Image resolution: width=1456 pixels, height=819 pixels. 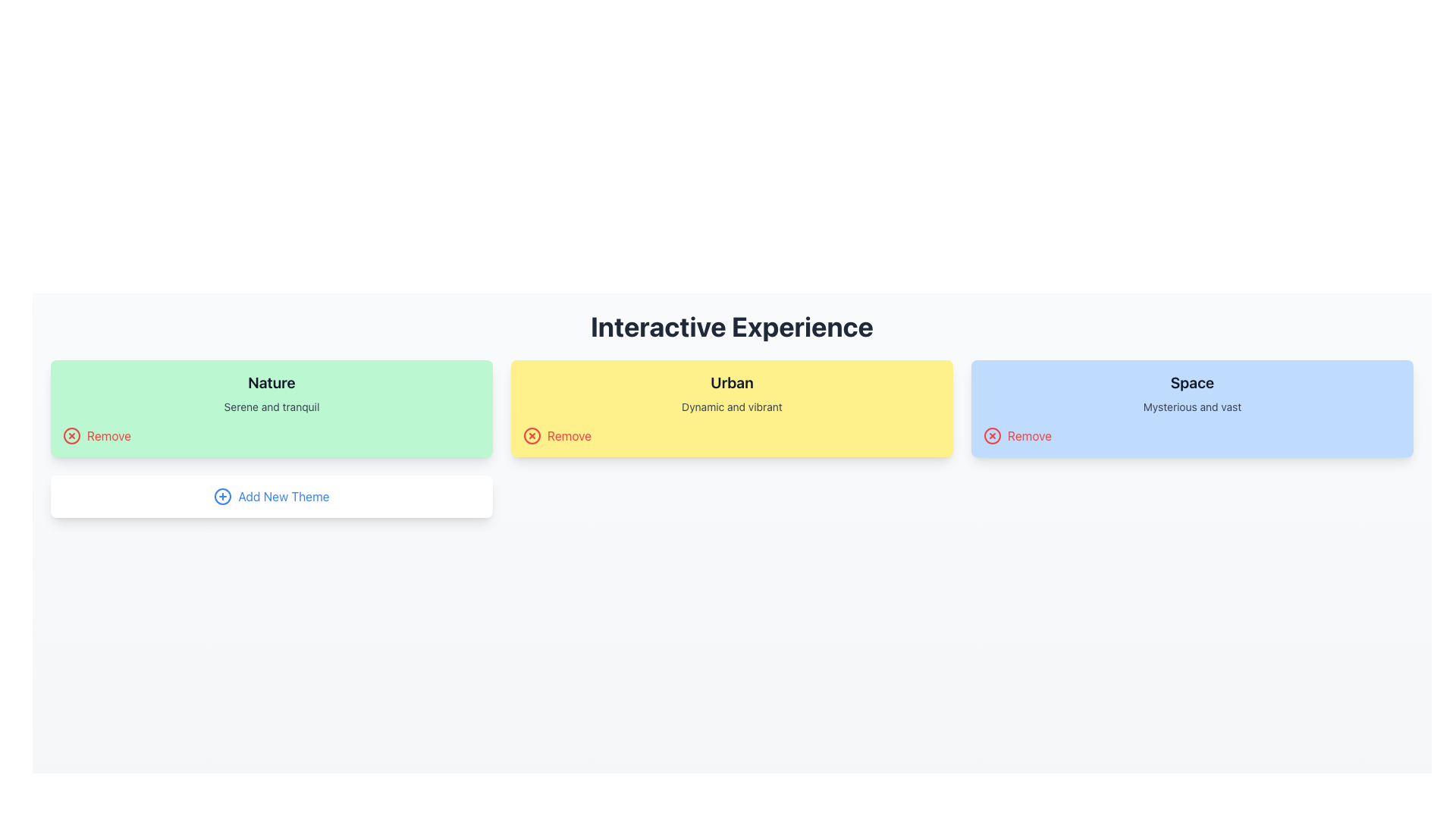 What do you see at coordinates (1191, 382) in the screenshot?
I see `the Text Label at the top center of the rightmost card in a three-card layout, which serves as the title or heading for its card` at bounding box center [1191, 382].